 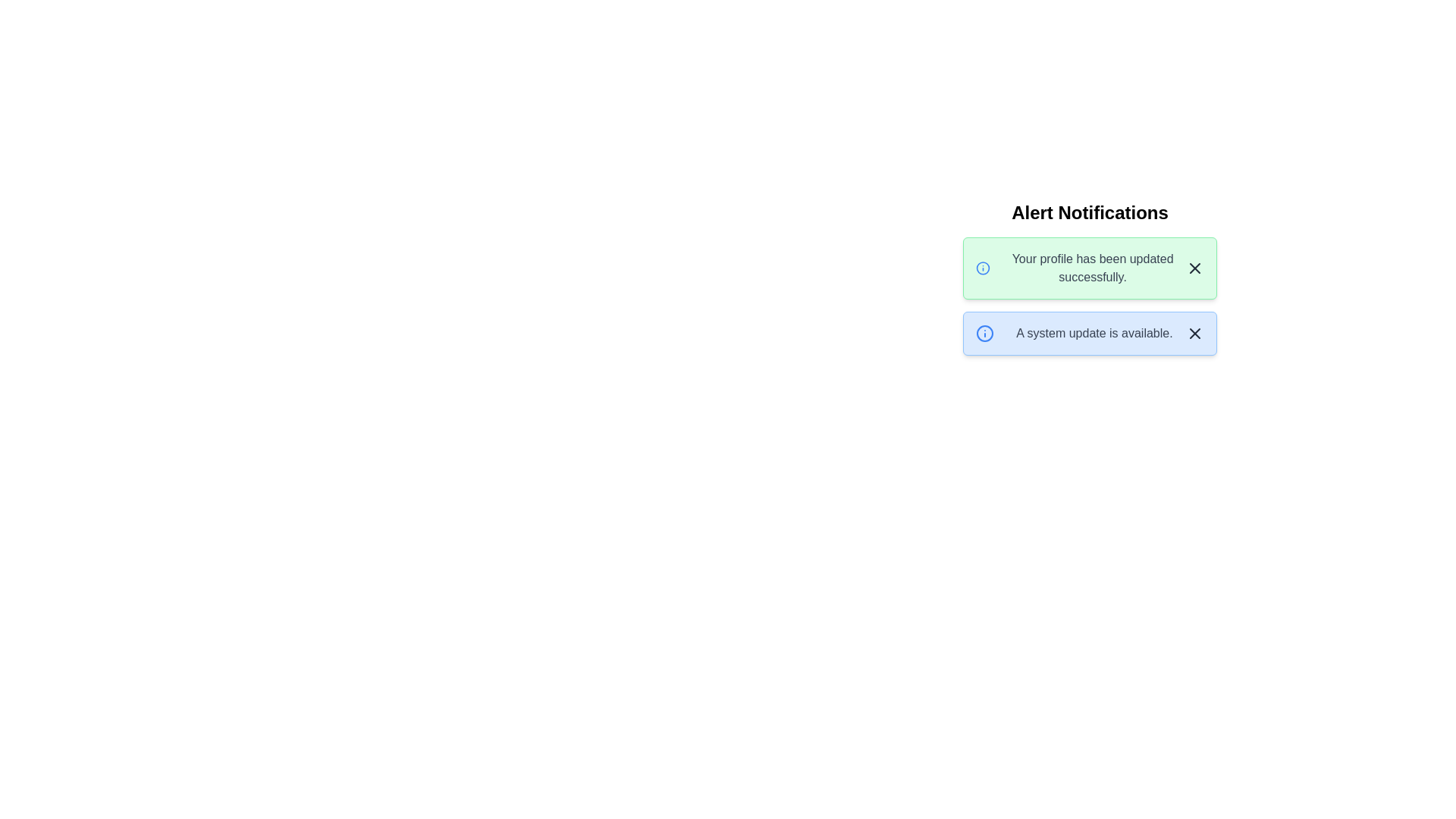 I want to click on the circular information icon with a blue outline, located to the left of the text 'A system update is available,', so click(x=985, y=332).